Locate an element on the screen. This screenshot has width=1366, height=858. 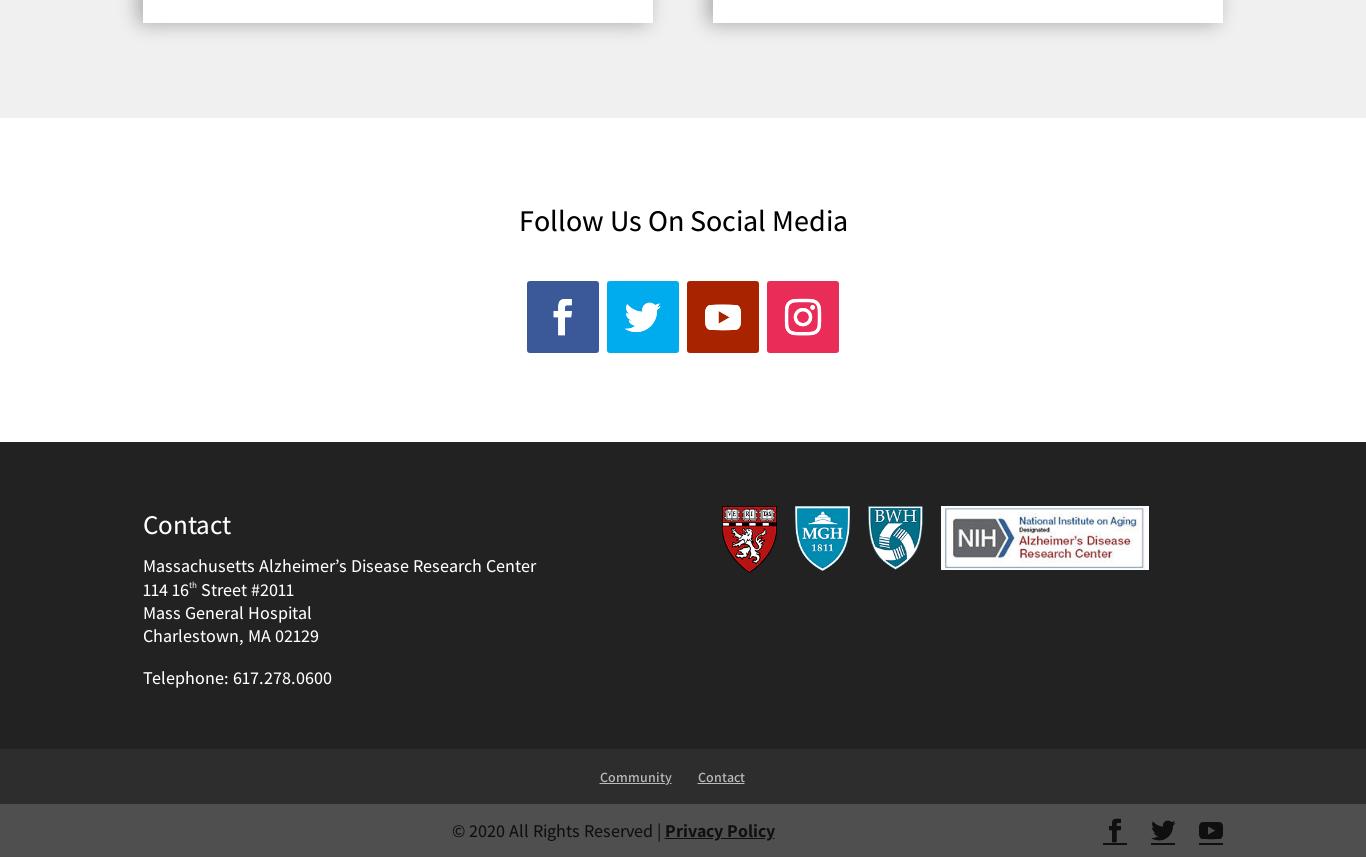
'Street #2011' is located at coordinates (195, 587).